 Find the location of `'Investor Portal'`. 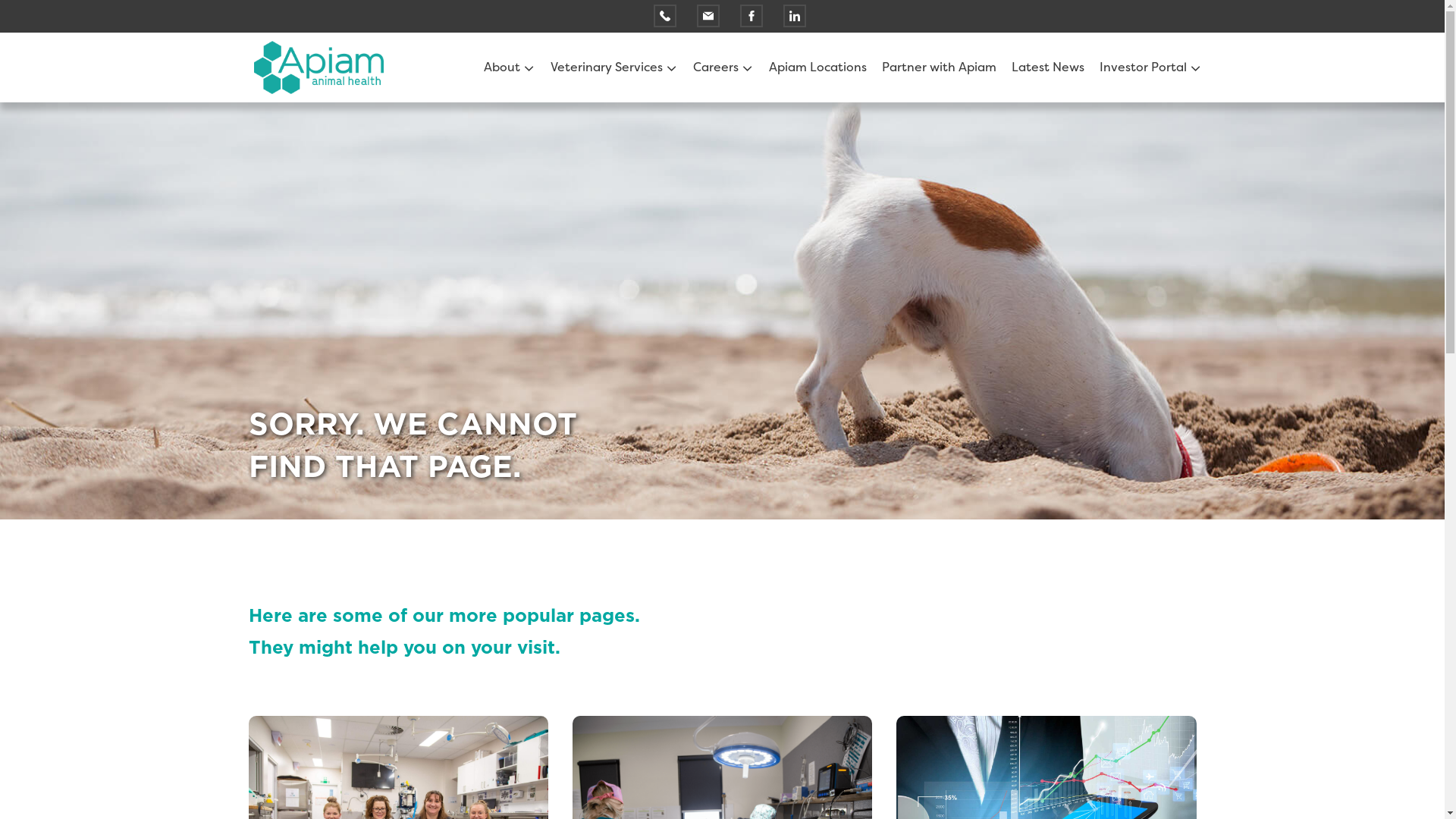

'Investor Portal' is located at coordinates (1144, 66).